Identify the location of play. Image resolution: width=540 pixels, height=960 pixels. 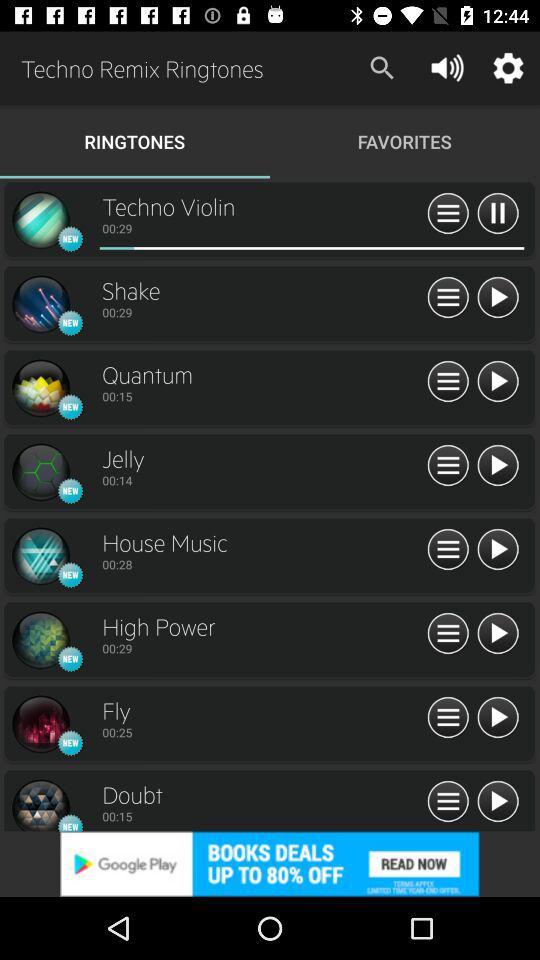
(496, 297).